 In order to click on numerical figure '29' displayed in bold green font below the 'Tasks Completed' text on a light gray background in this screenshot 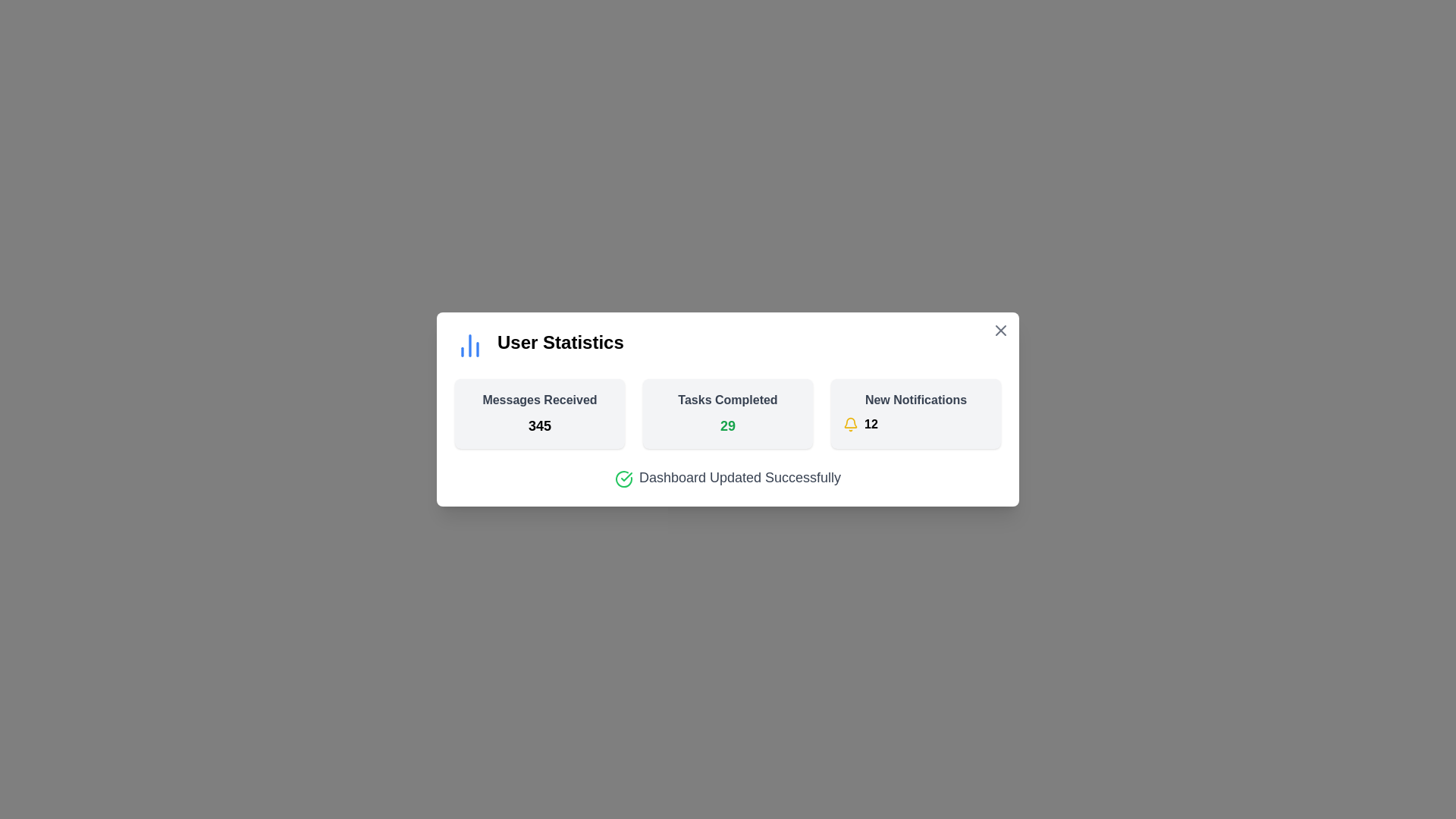, I will do `click(728, 426)`.